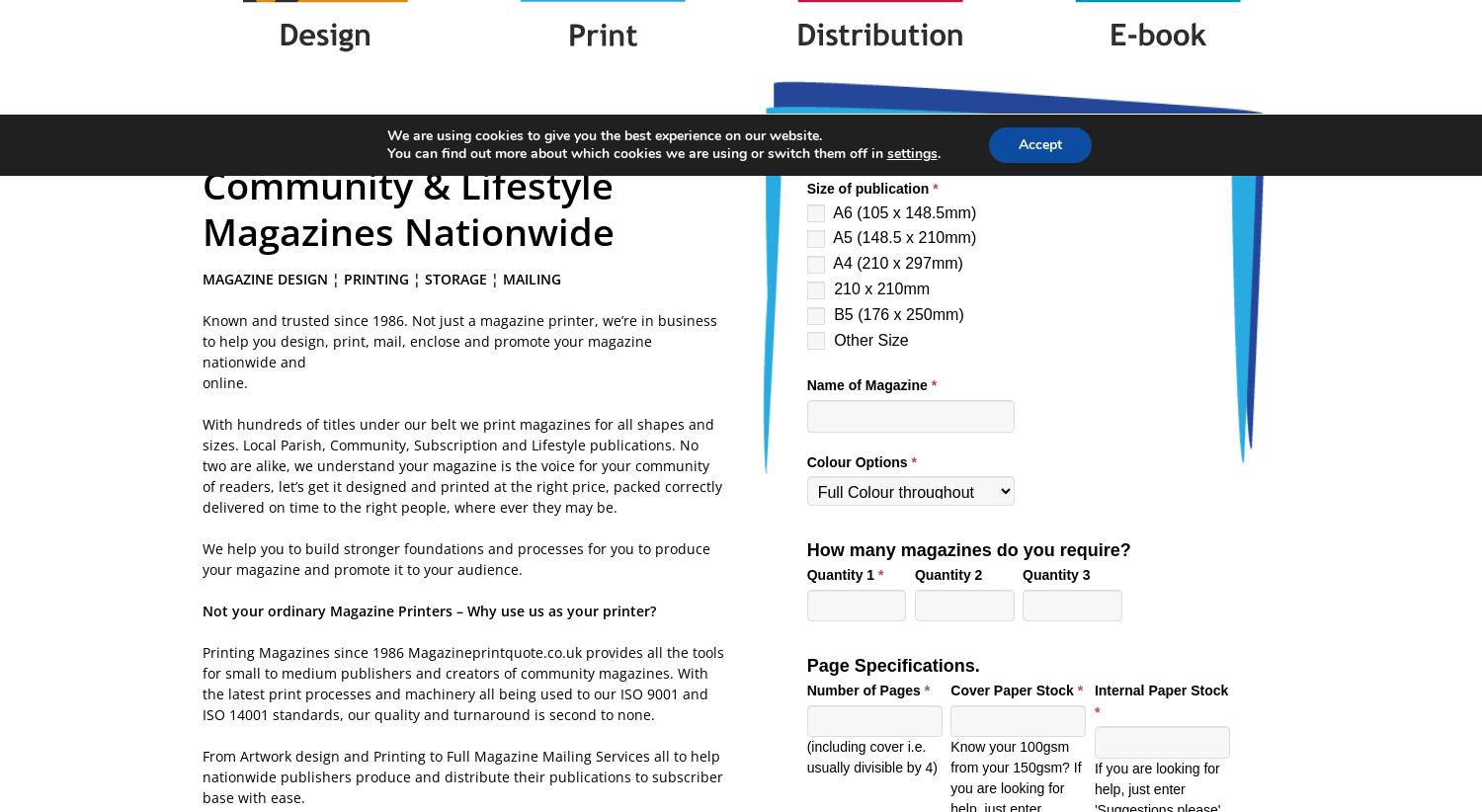 The width and height of the screenshot is (1482, 812). What do you see at coordinates (895, 262) in the screenshot?
I see `'A4 (210 x 297mm)'` at bounding box center [895, 262].